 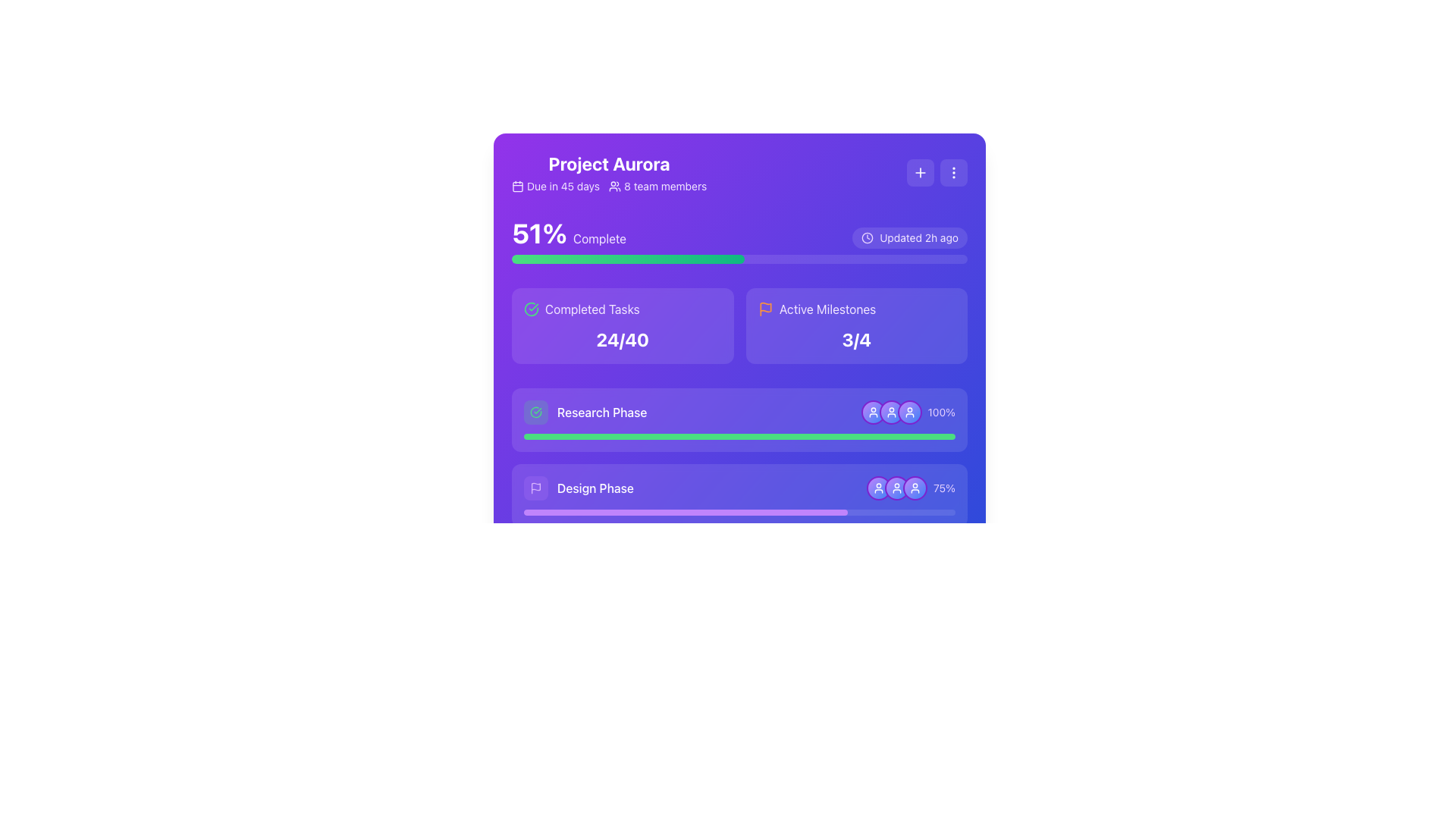 What do you see at coordinates (878, 488) in the screenshot?
I see `the circular icon with a gradient background transitioning from purple to blue, featuring a white user silhouette in the center, located in the 'Design Phase' section` at bounding box center [878, 488].